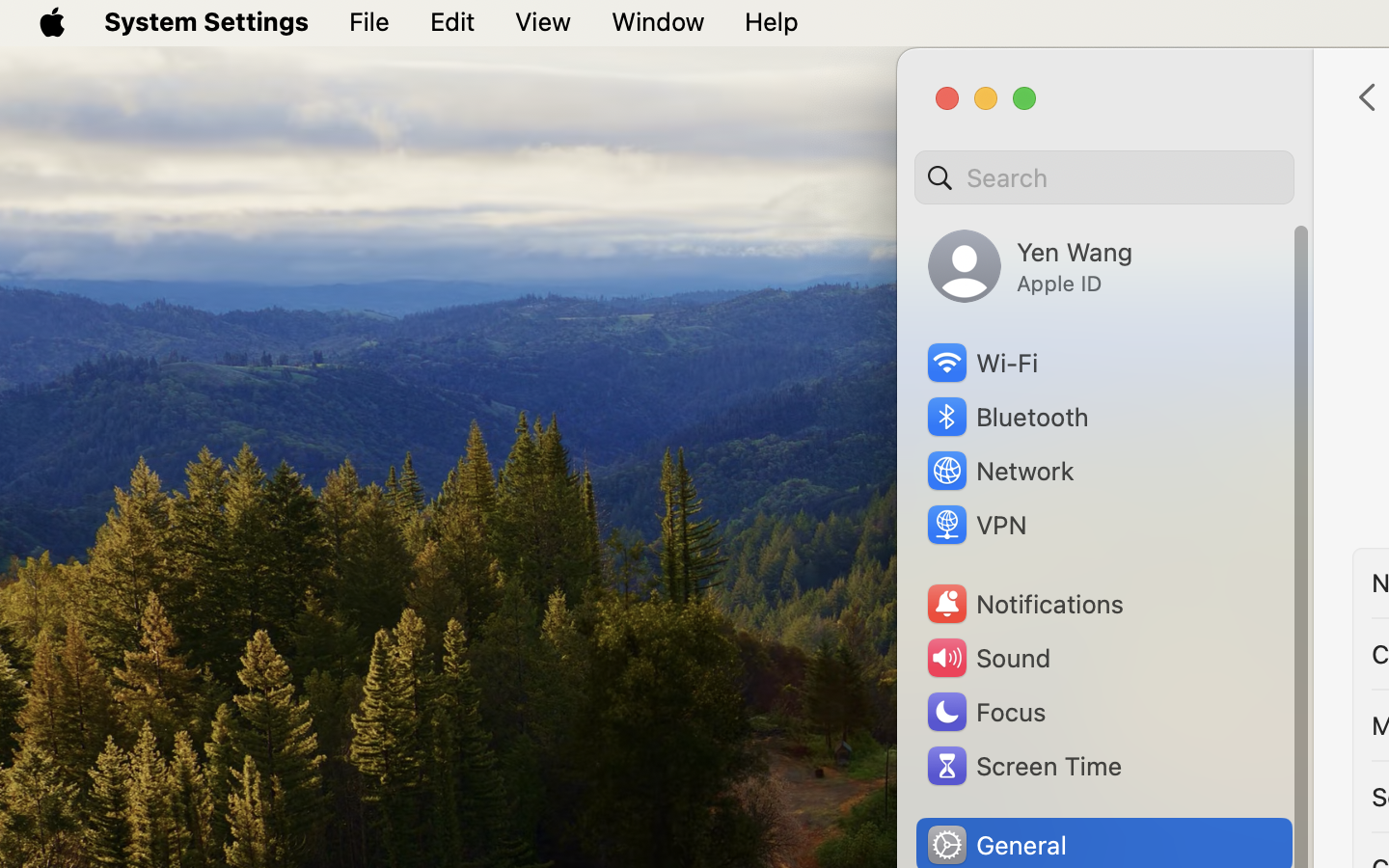  Describe the element at coordinates (998, 469) in the screenshot. I see `'Network'` at that location.